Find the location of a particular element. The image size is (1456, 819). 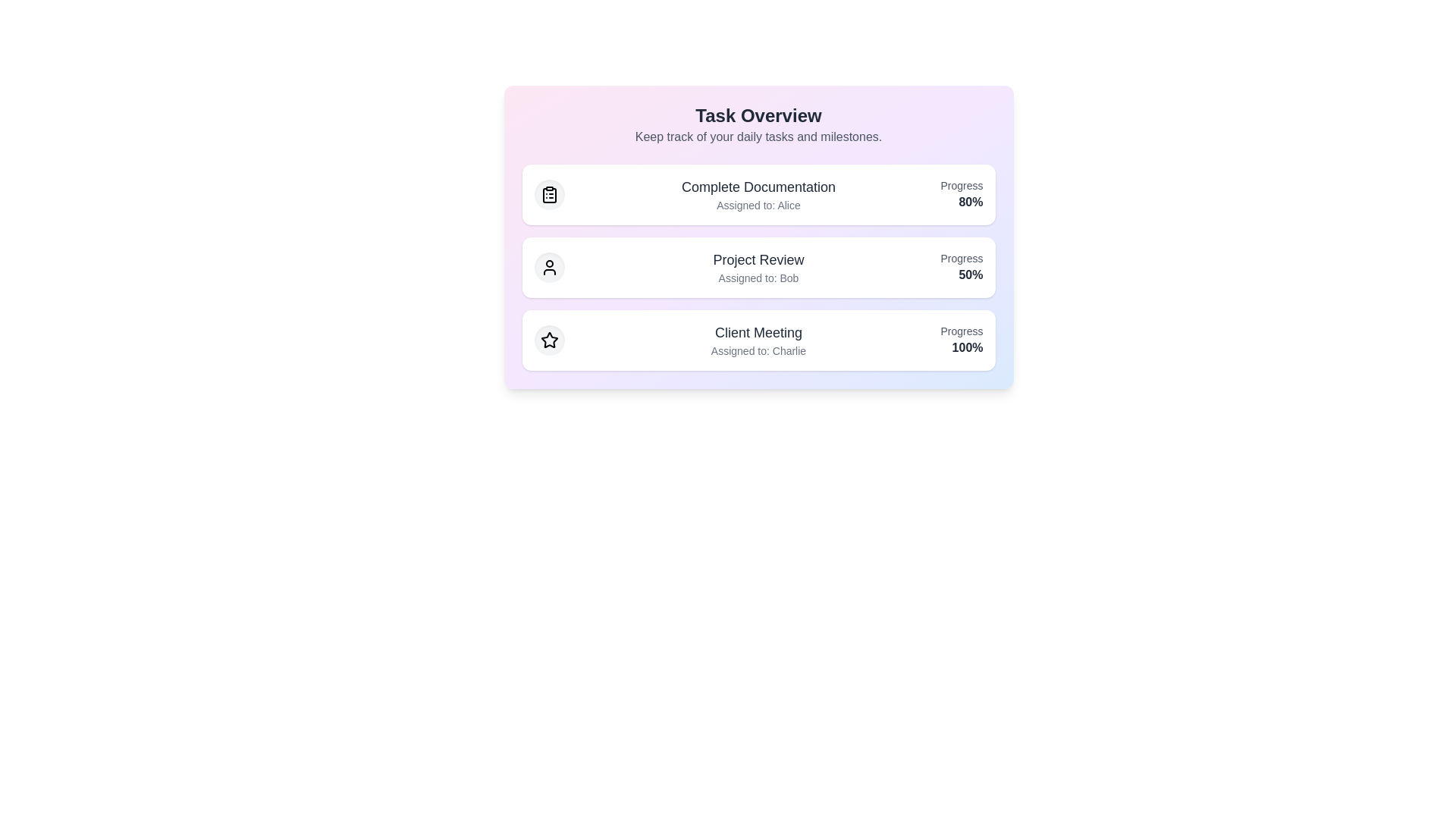

the task item Complete Documentation to highlight it is located at coordinates (758, 194).